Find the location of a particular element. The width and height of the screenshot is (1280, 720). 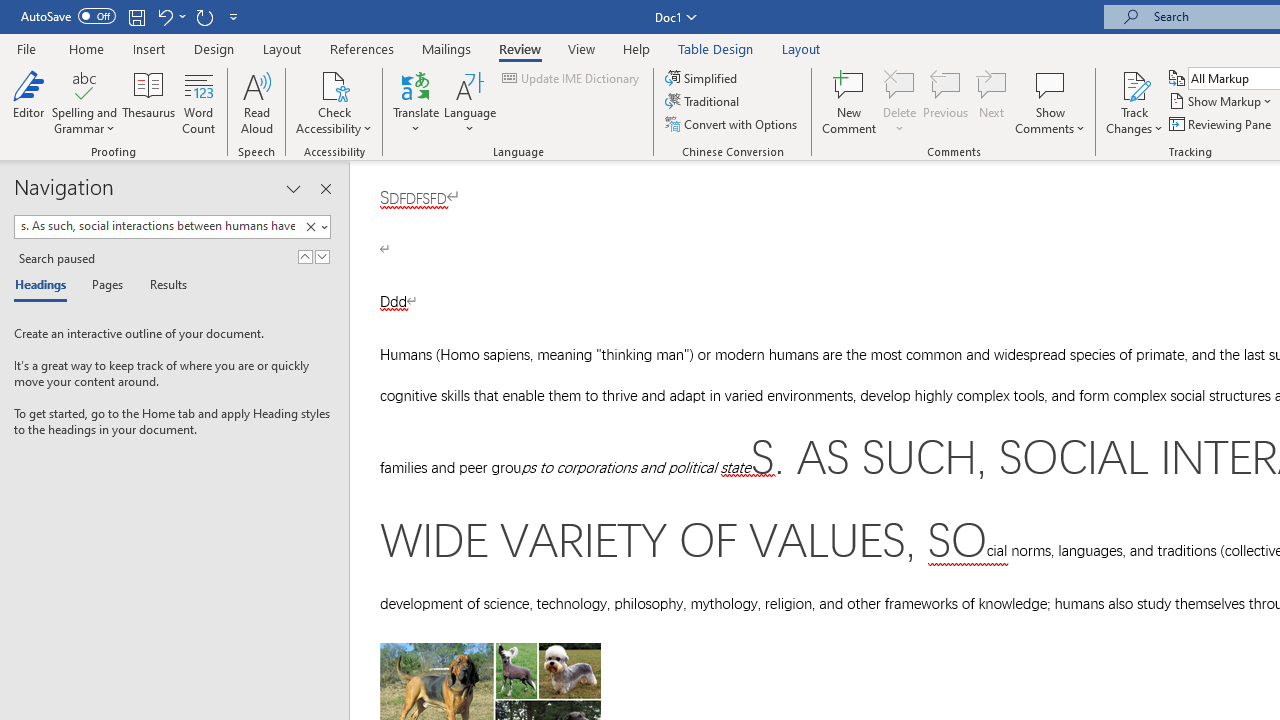

'Check Accessibility' is located at coordinates (334, 103).